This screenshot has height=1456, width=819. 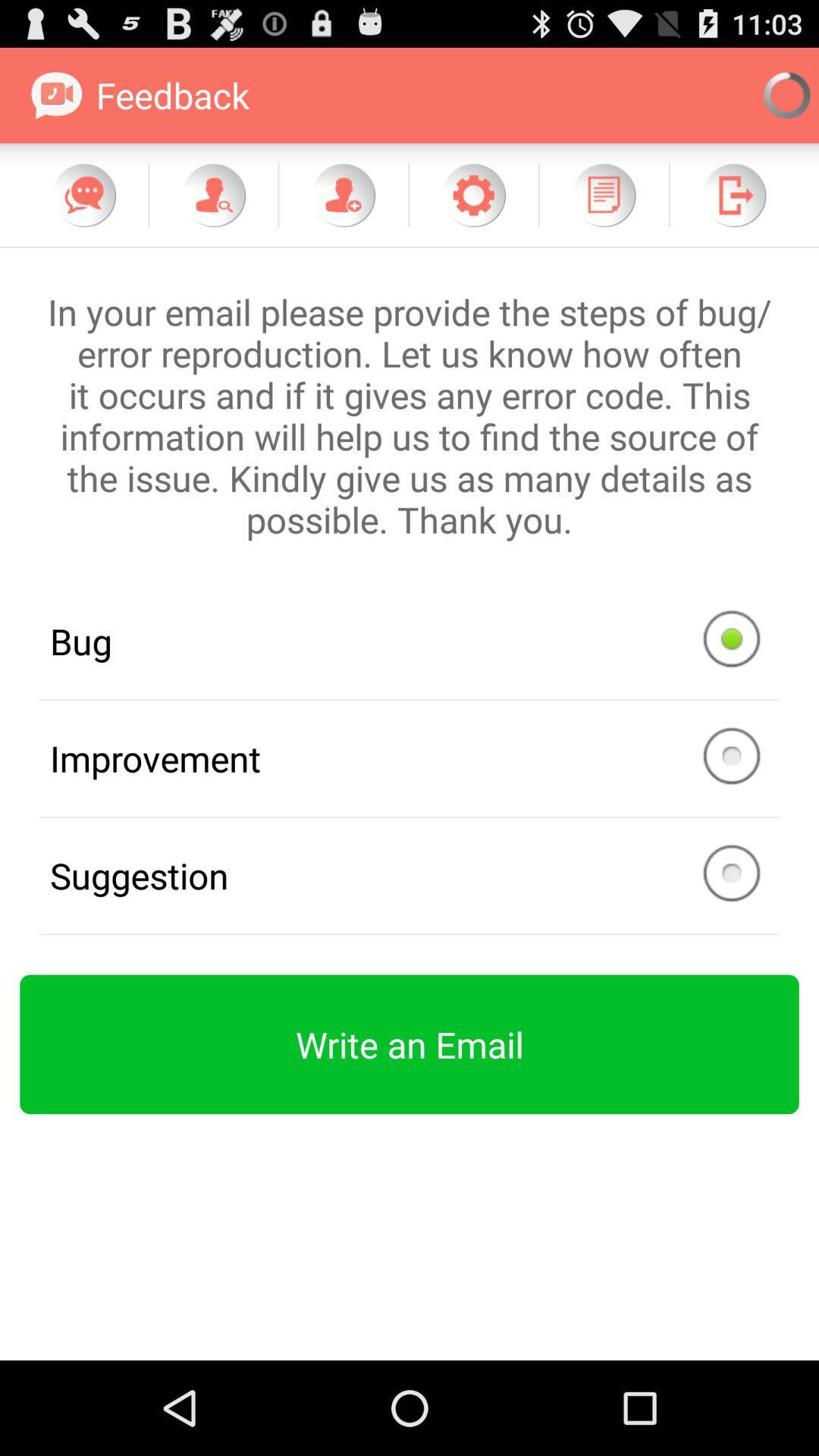 I want to click on the chat icon, so click(x=84, y=208).